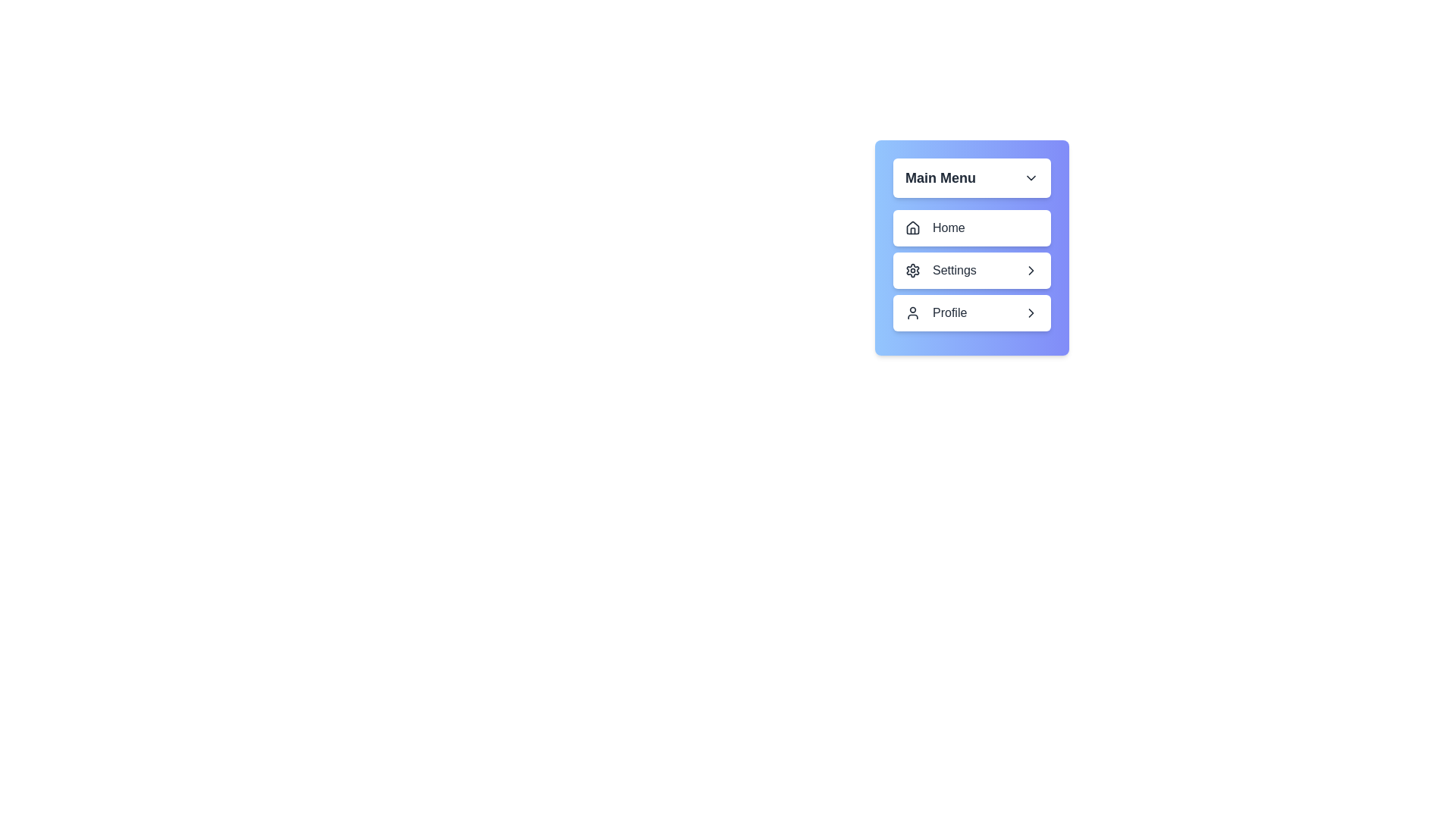 The width and height of the screenshot is (1456, 819). Describe the element at coordinates (971, 270) in the screenshot. I see `the submenu option Privacy under the menu item Settings` at that location.